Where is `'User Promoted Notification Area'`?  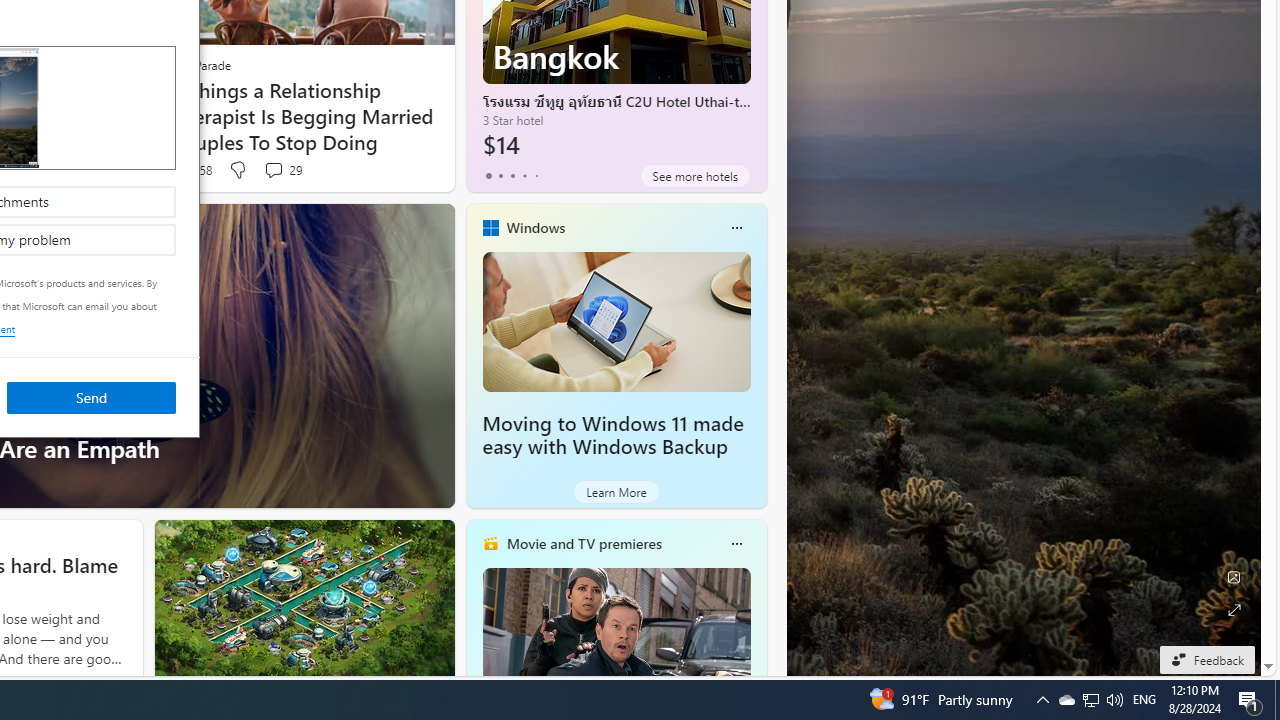 'User Promoted Notification Area' is located at coordinates (1089, 698).